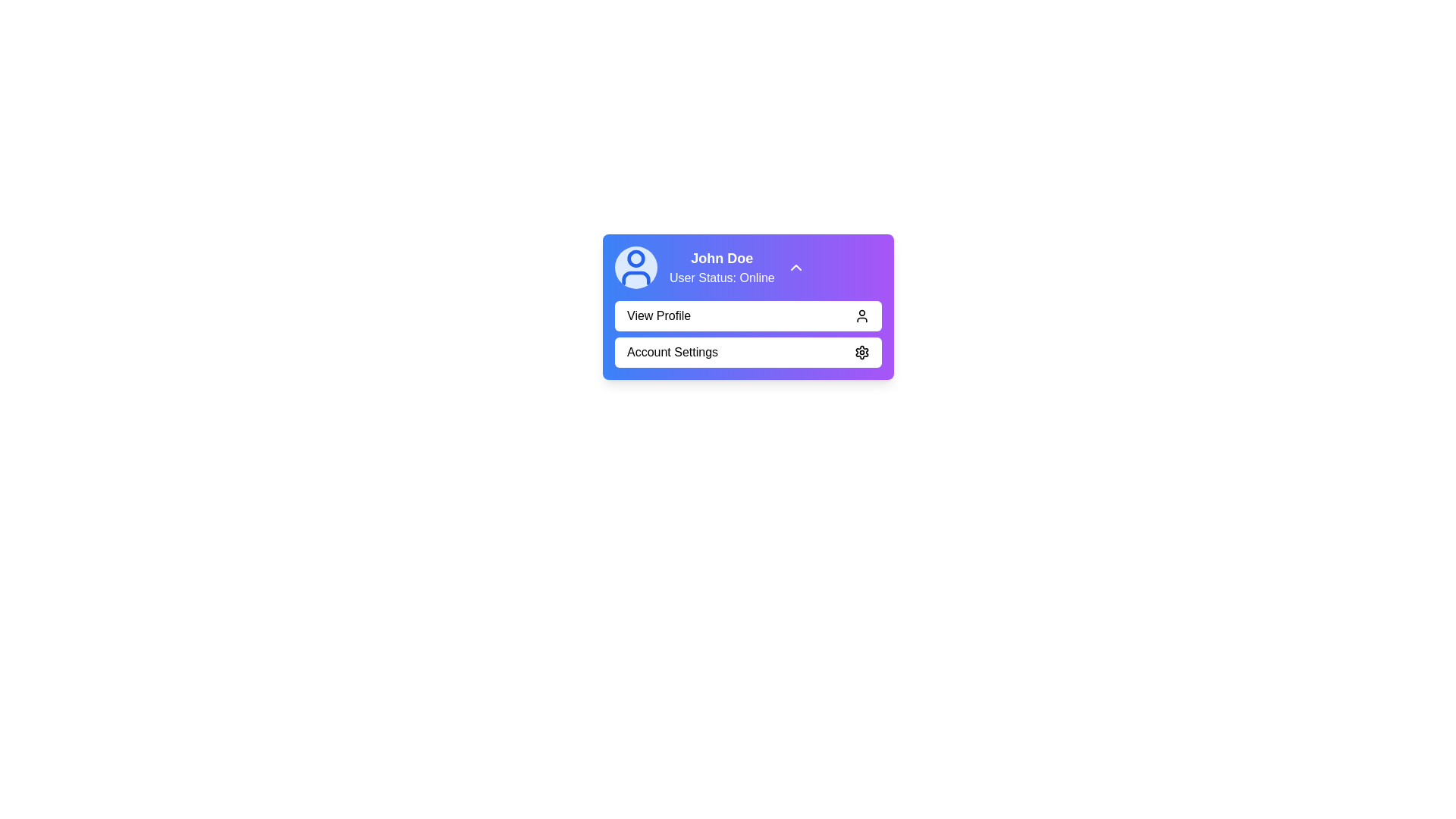  Describe the element at coordinates (721, 267) in the screenshot. I see `displayed information from the text content showing 'John Doe' and 'User Status: Online', which is located to the right of the avatar icon` at that location.